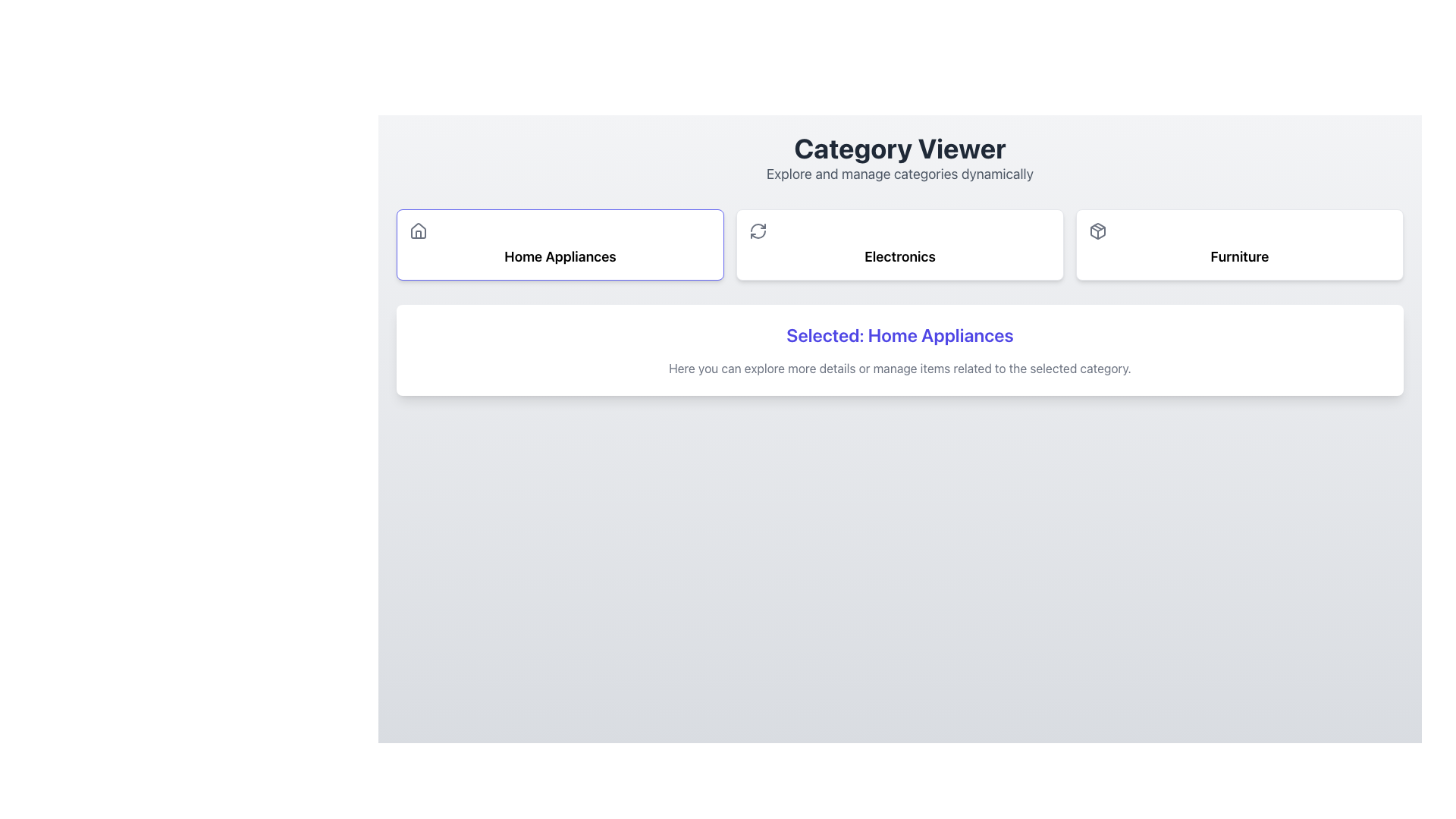  What do you see at coordinates (560, 256) in the screenshot?
I see `displayed text of the Static Text Component labeled 'Home Appliances', located at the center of the card in the top left corner of the interface` at bounding box center [560, 256].